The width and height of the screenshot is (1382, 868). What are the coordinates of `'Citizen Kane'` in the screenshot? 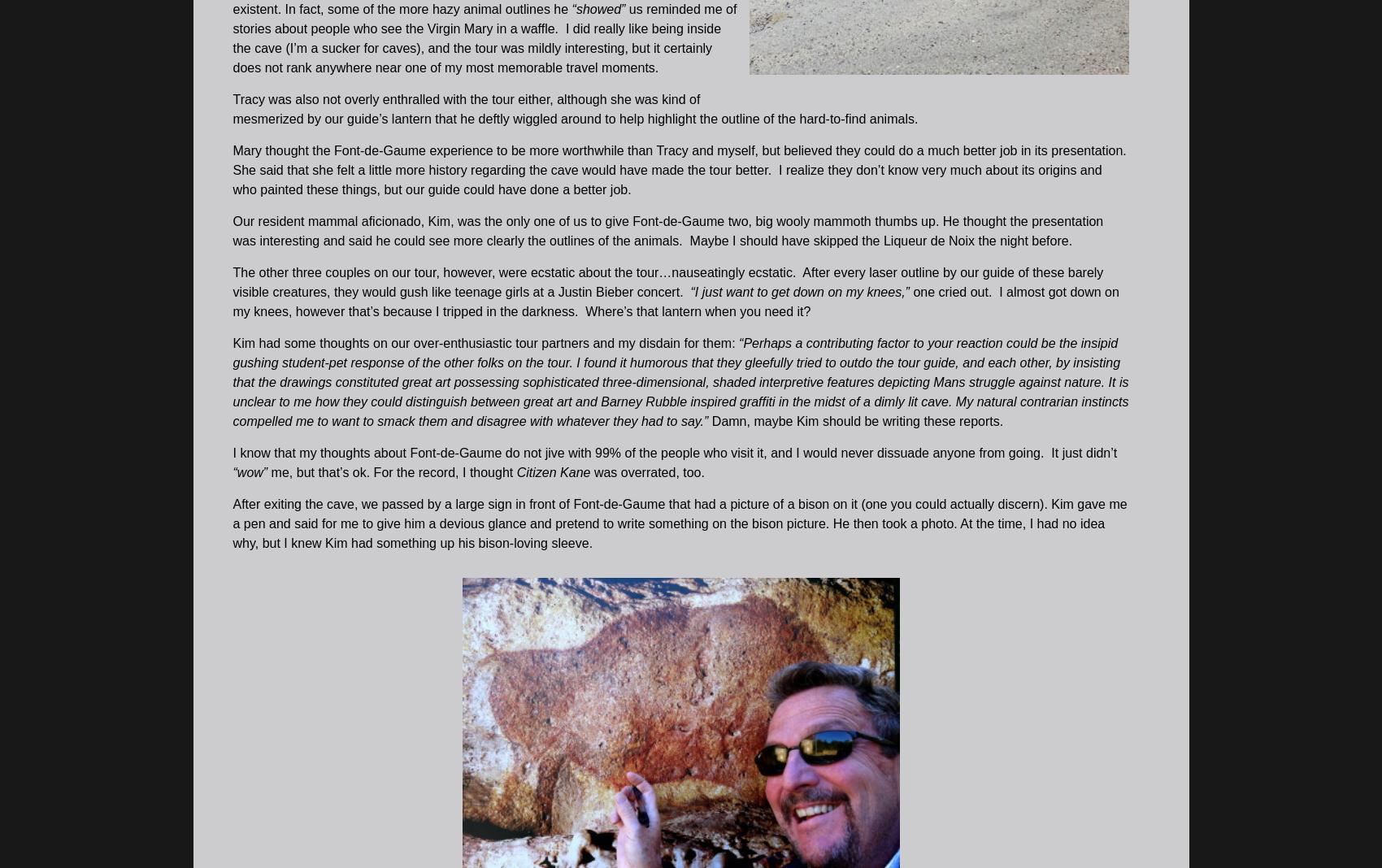 It's located at (551, 471).